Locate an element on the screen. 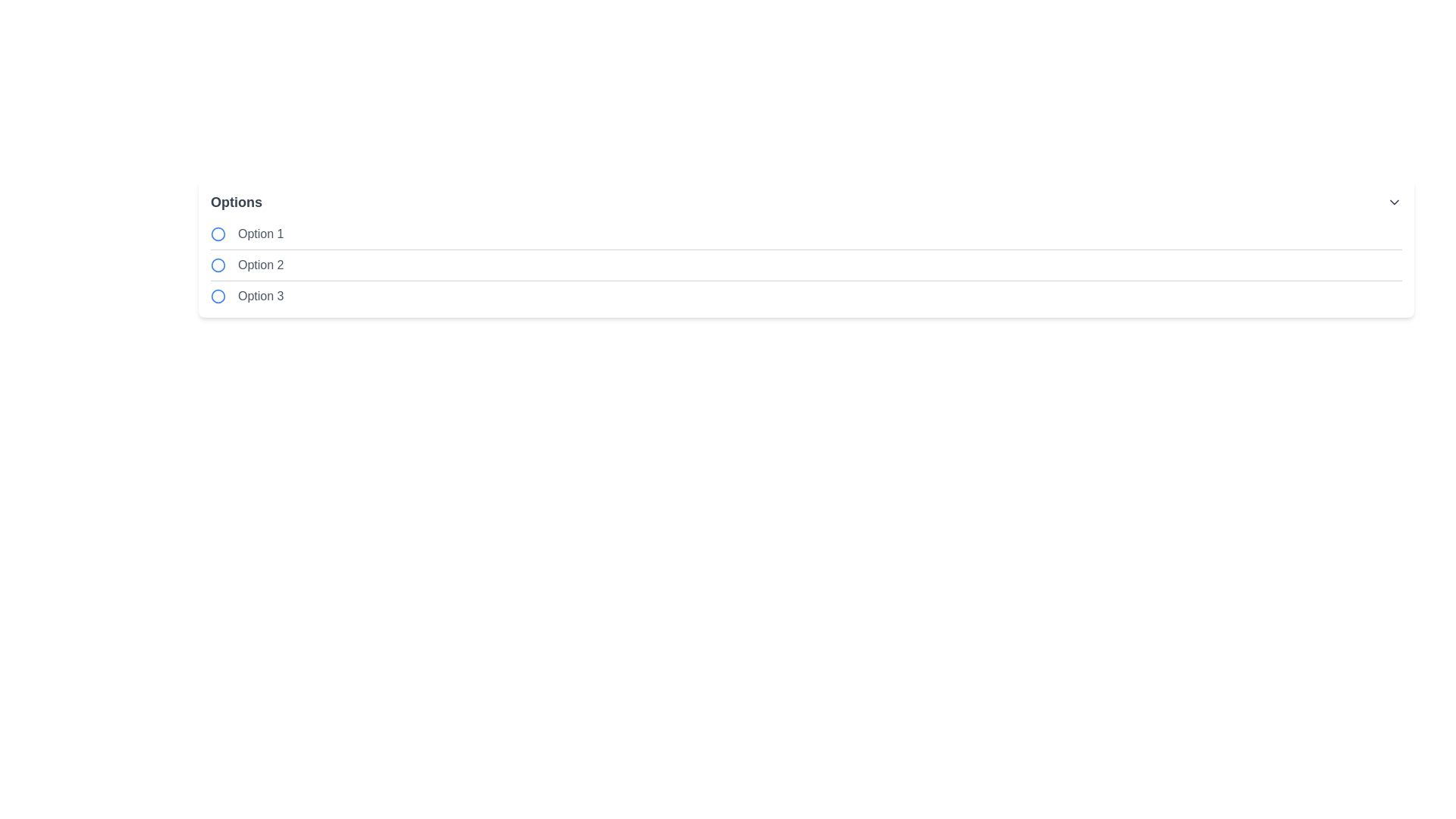 The width and height of the screenshot is (1456, 819). the radio button in the second option of the list to indicate selection is located at coordinates (218, 265).